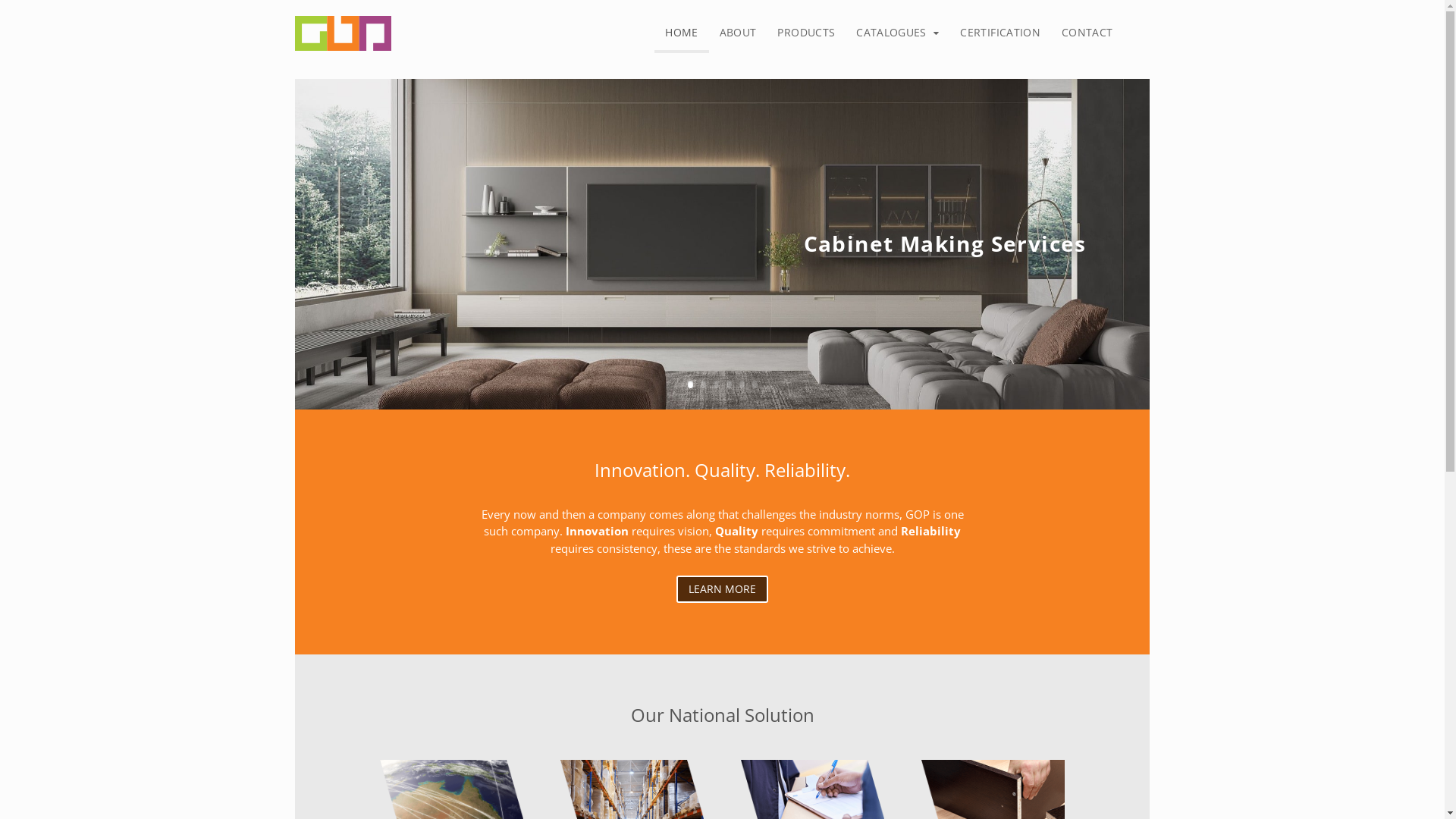 The width and height of the screenshot is (1456, 819). Describe the element at coordinates (702, 383) in the screenshot. I see `'2'` at that location.